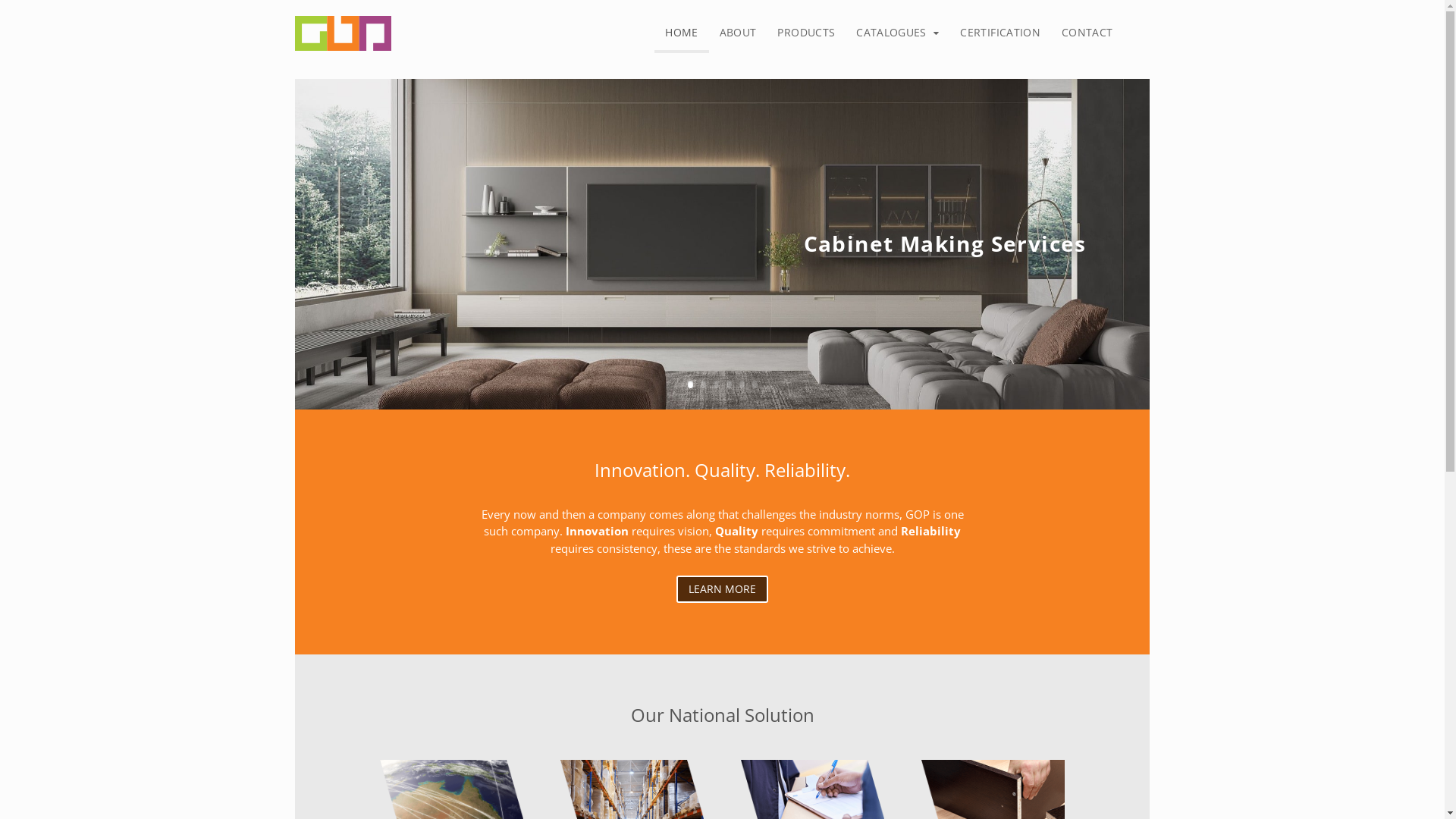 The width and height of the screenshot is (1456, 819). Describe the element at coordinates (702, 383) in the screenshot. I see `'2'` at that location.